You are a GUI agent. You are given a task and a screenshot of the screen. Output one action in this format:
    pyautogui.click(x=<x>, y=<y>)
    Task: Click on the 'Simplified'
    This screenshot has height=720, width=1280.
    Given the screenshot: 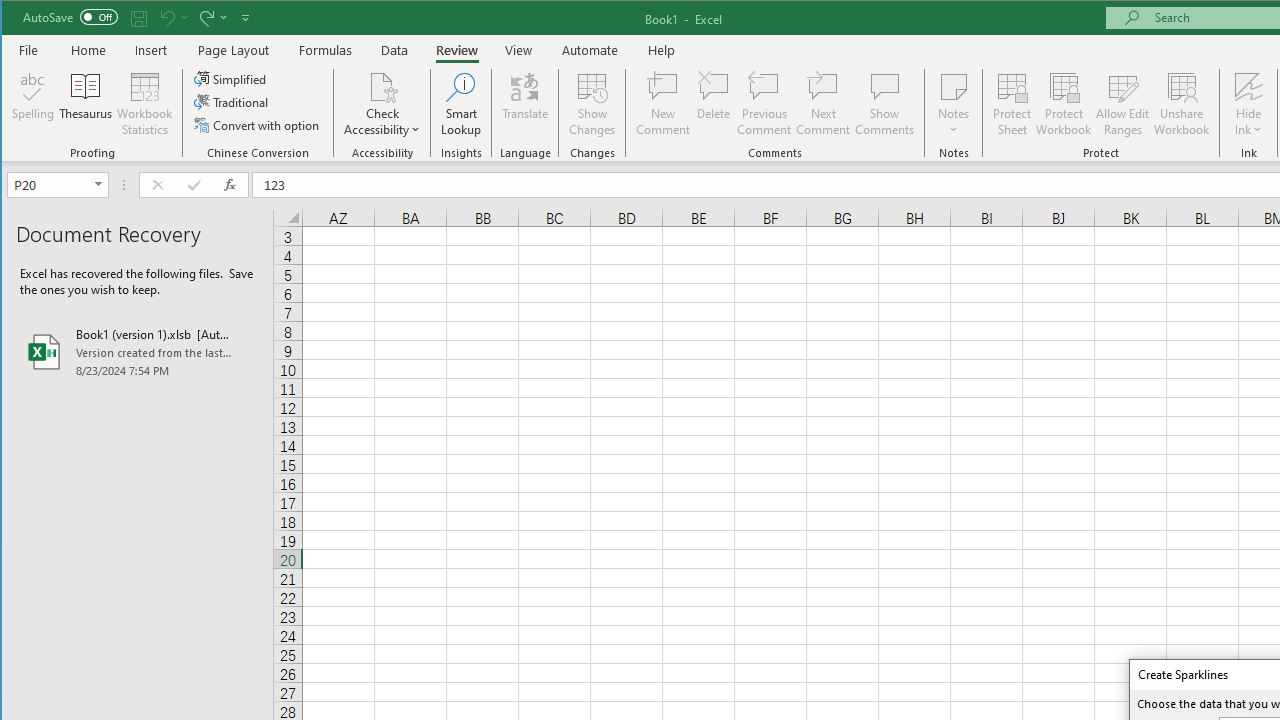 What is the action you would take?
    pyautogui.click(x=231, y=78)
    